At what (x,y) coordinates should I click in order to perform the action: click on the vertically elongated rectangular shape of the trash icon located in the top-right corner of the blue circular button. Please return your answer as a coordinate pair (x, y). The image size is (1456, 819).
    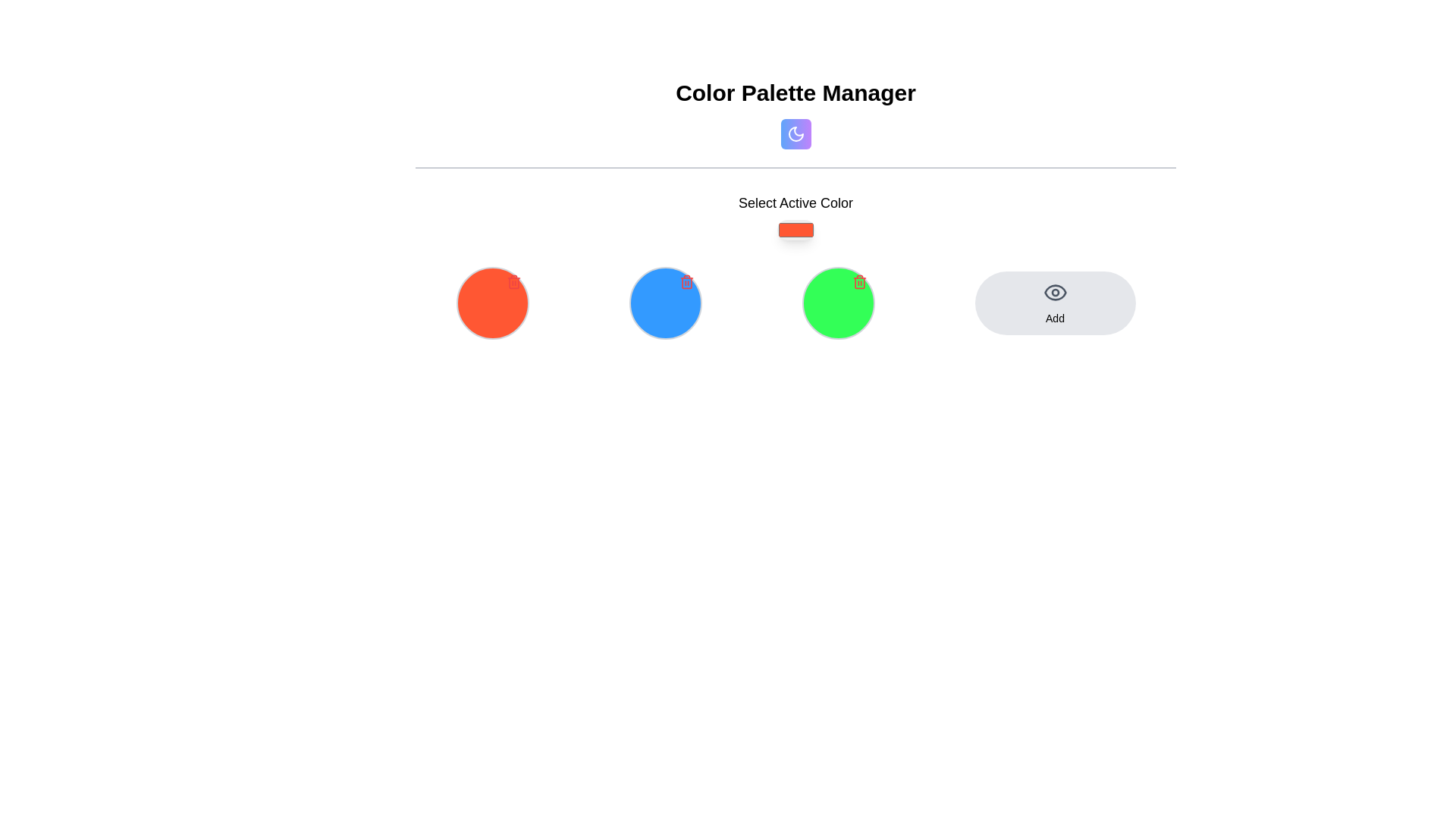
    Looking at the image, I should click on (686, 283).